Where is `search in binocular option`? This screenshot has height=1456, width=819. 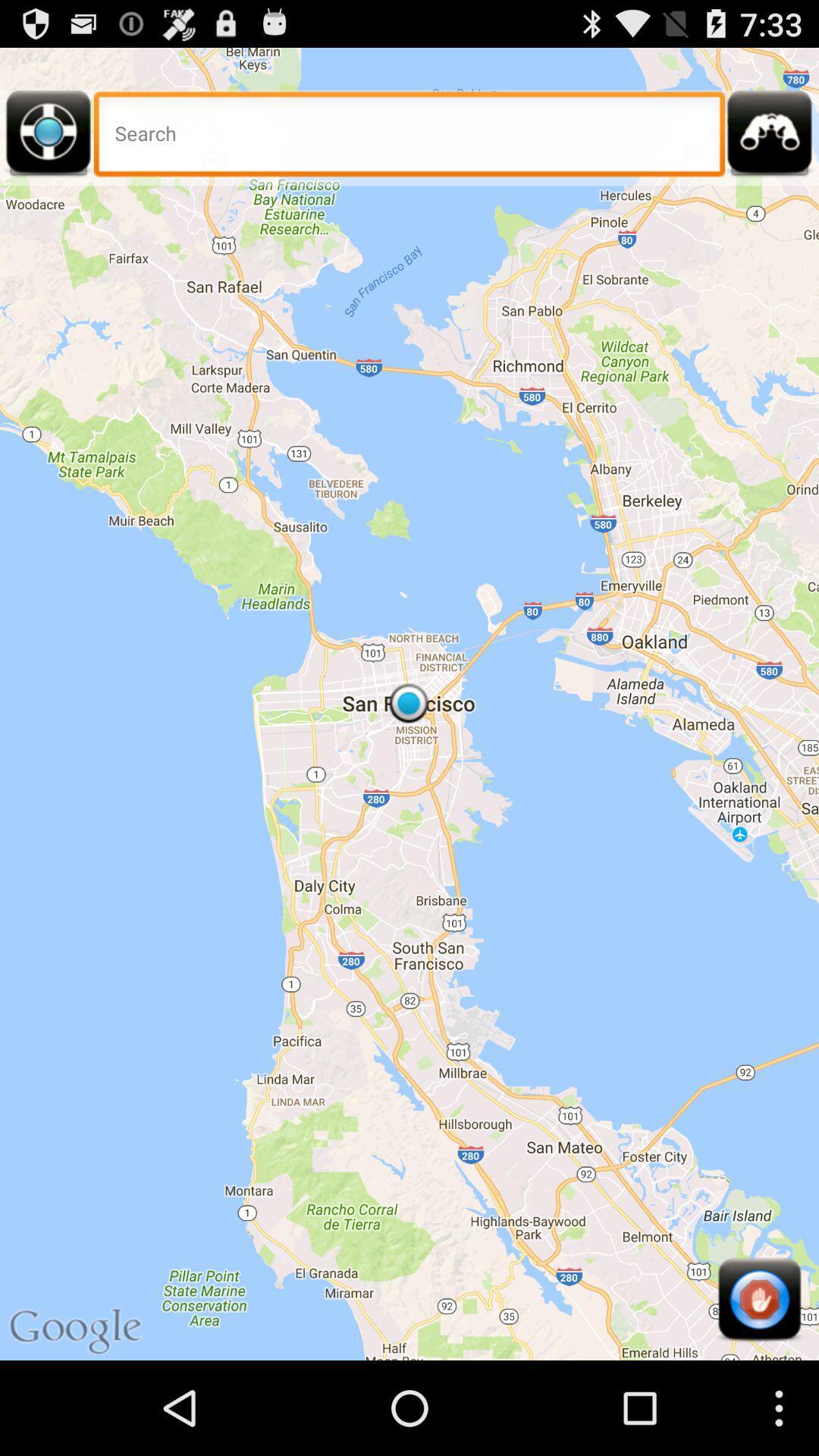
search in binocular option is located at coordinates (770, 138).